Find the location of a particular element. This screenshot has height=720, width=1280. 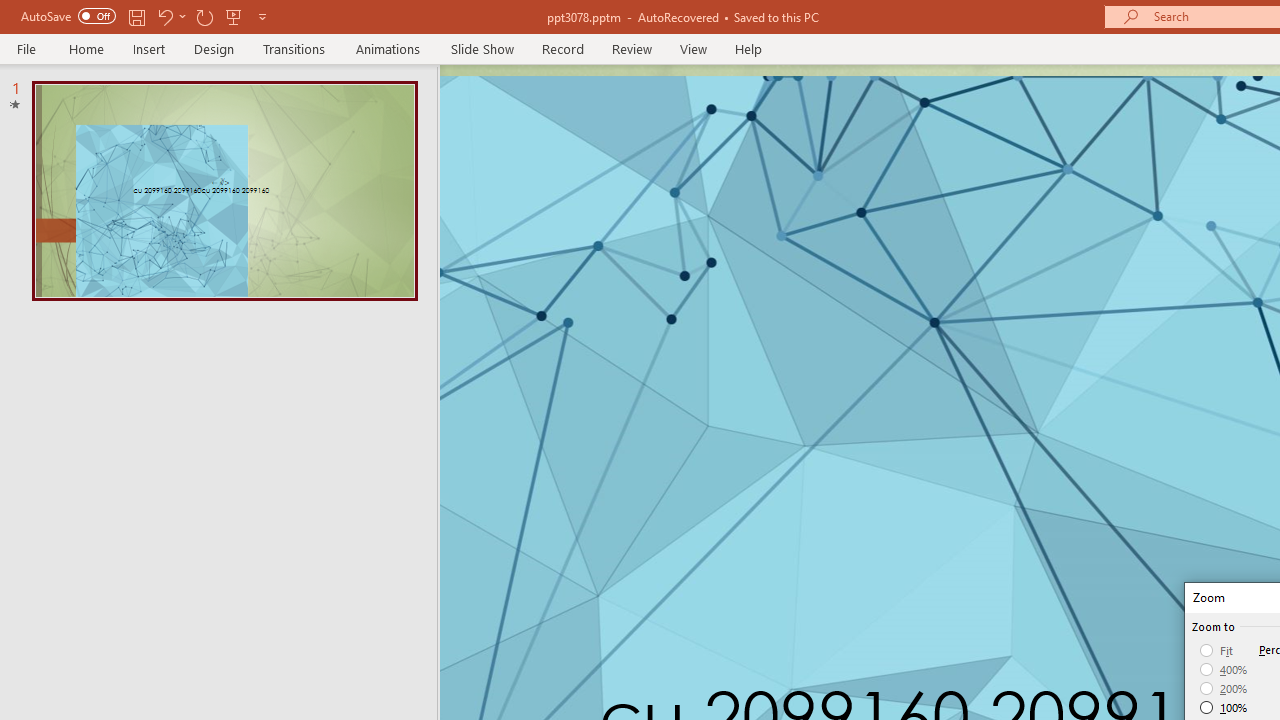

'400%' is located at coordinates (1223, 669).